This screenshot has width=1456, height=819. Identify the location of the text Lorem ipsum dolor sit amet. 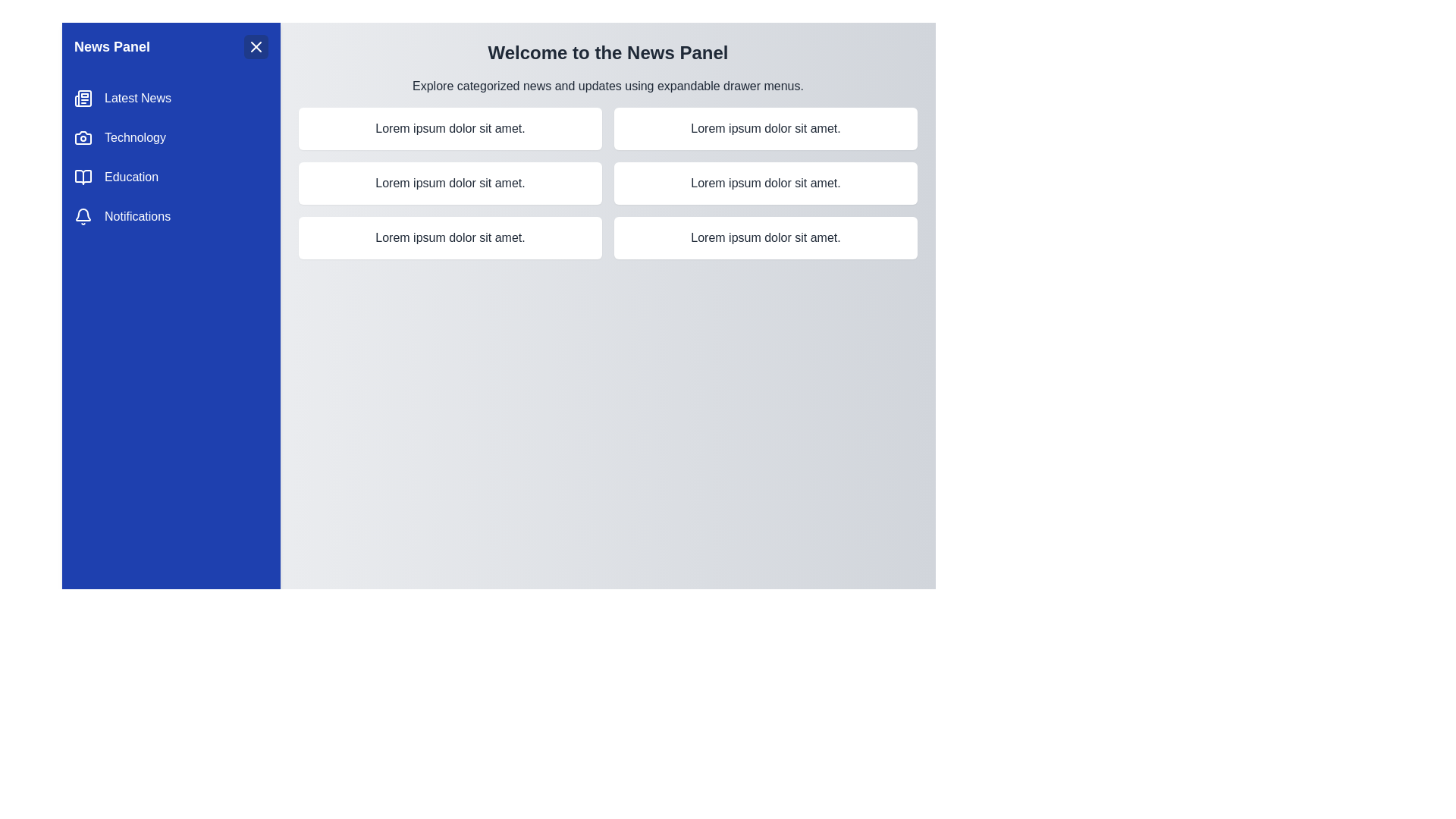
(450, 127).